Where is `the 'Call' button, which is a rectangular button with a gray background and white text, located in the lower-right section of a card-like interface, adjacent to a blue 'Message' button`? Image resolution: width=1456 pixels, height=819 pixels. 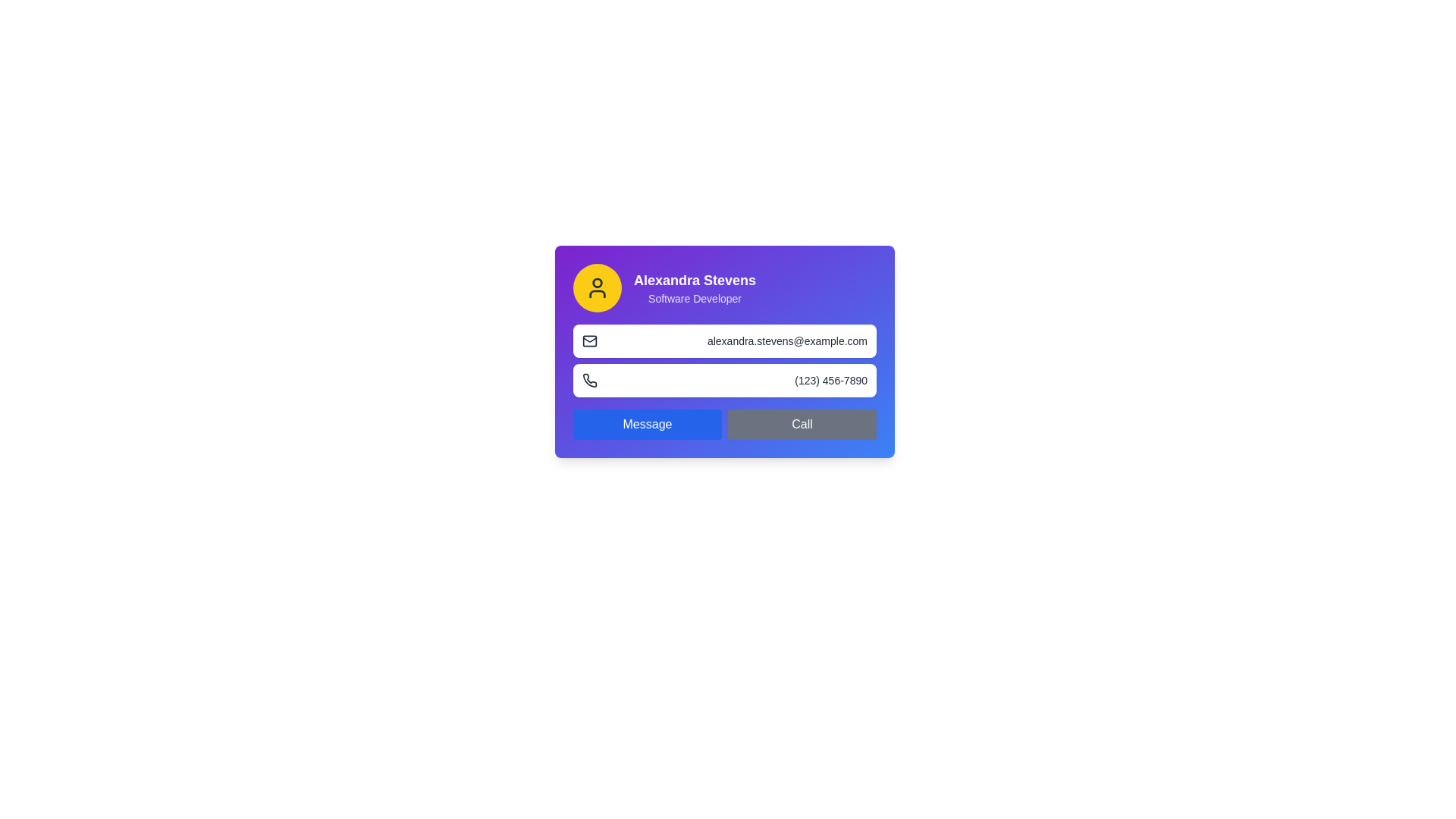
the 'Call' button, which is a rectangular button with a gray background and white text, located in the lower-right section of a card-like interface, adjacent to a blue 'Message' button is located at coordinates (801, 424).